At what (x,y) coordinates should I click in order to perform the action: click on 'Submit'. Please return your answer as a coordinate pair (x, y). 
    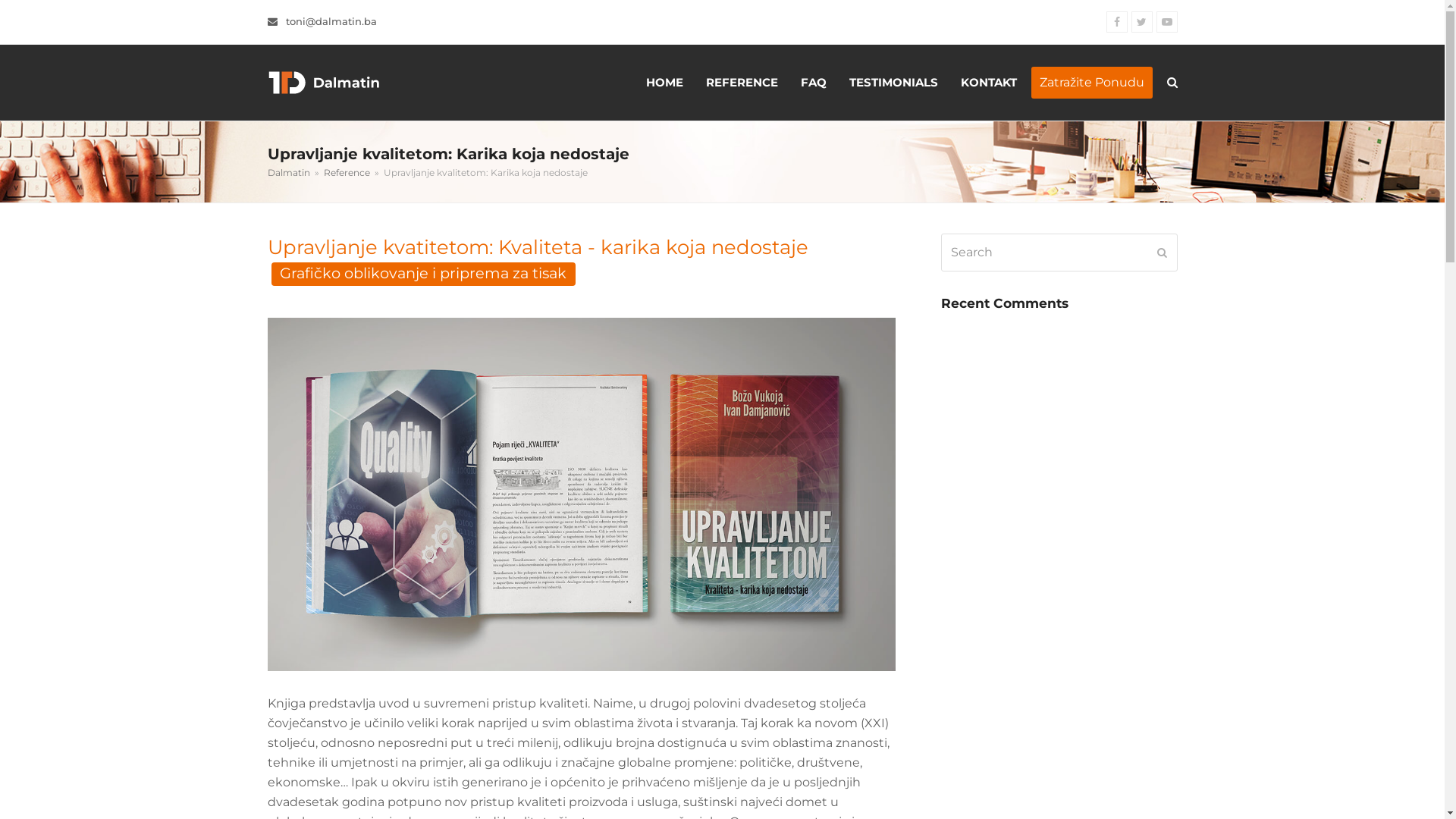
    Looking at the image, I should click on (1156, 251).